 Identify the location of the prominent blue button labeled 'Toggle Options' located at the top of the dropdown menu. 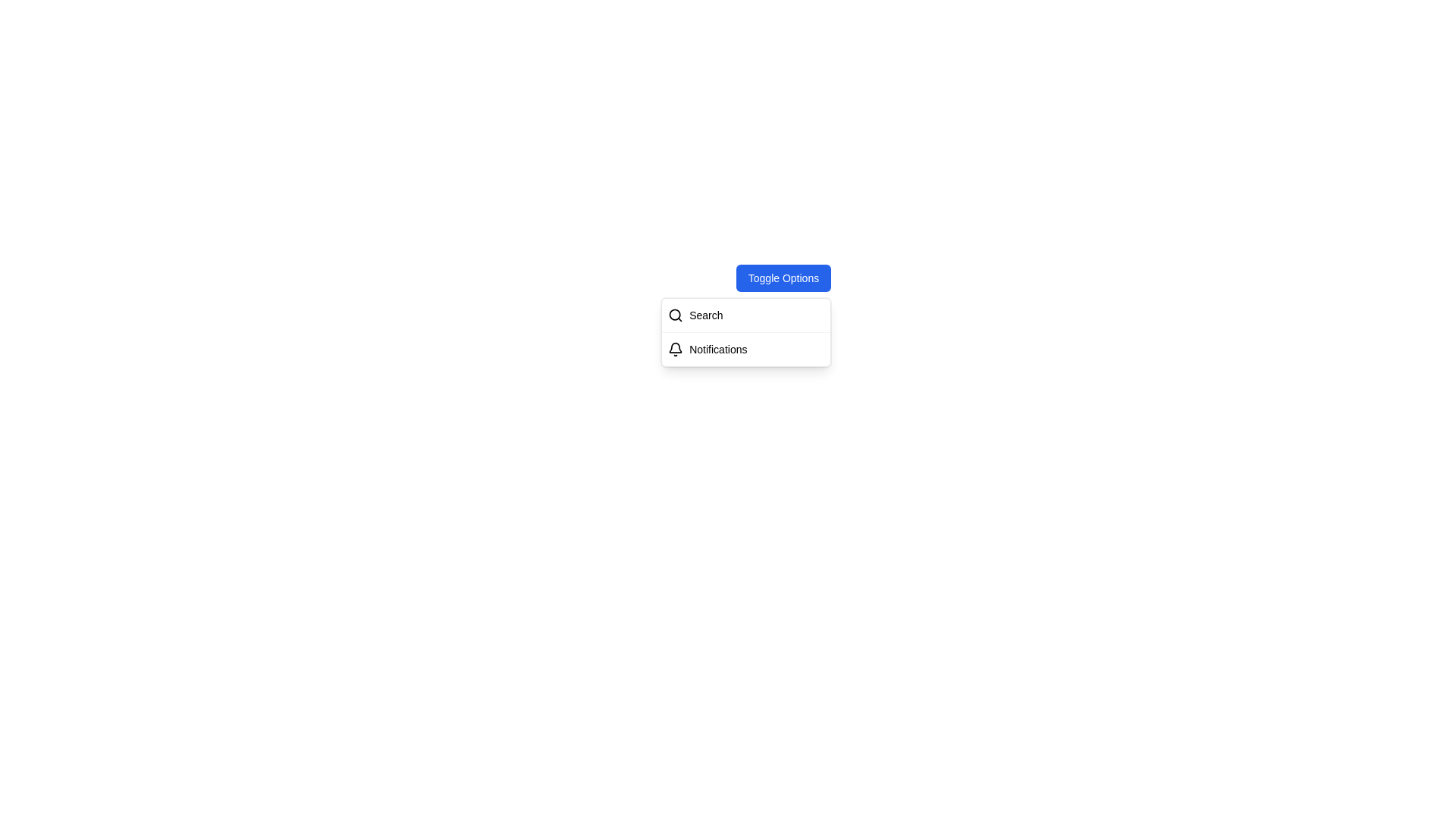
(783, 278).